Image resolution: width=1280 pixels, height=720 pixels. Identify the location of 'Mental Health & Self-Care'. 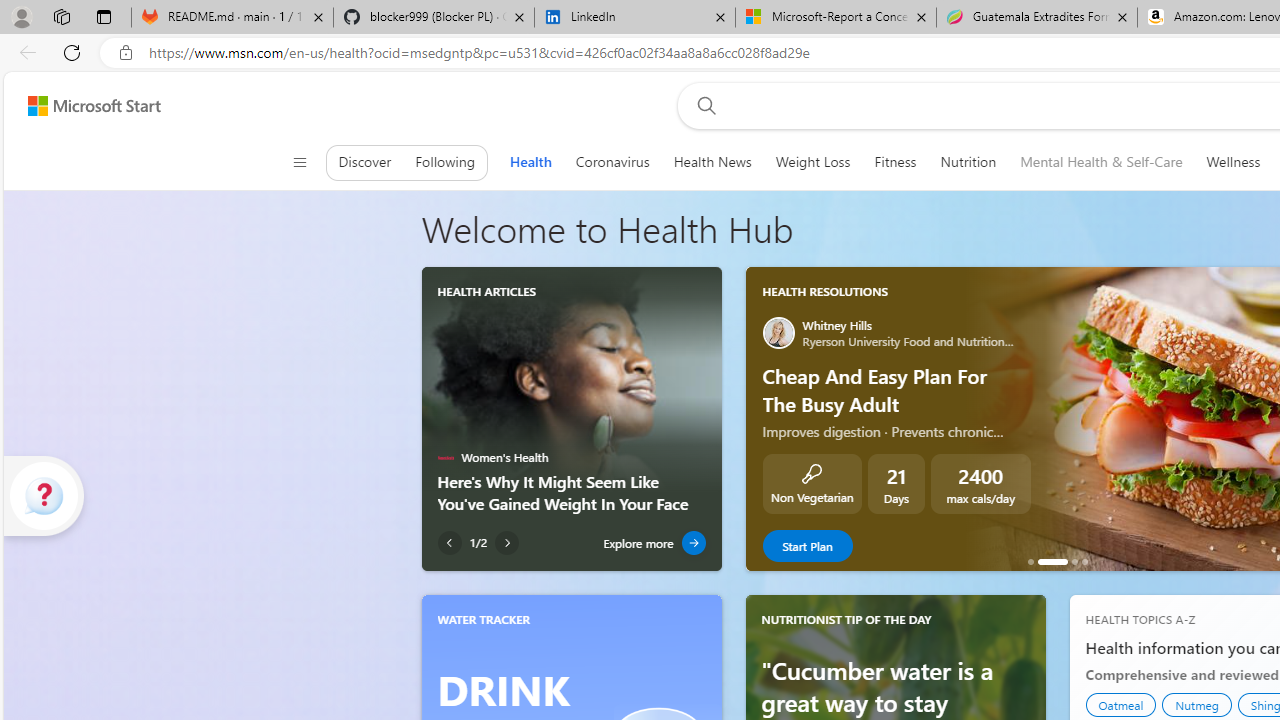
(1101, 161).